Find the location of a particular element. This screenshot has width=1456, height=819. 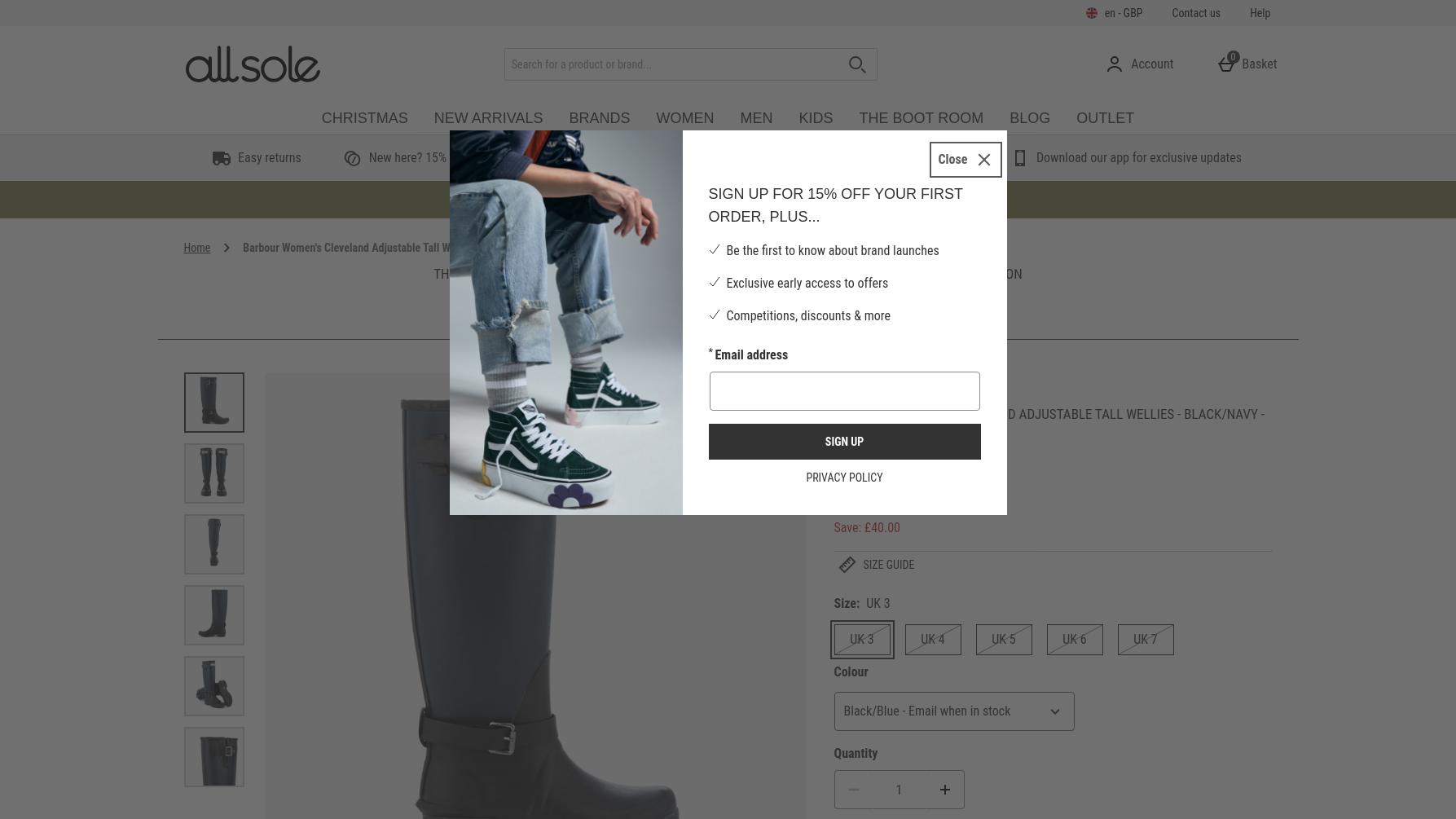

'Sign up' is located at coordinates (842, 439).